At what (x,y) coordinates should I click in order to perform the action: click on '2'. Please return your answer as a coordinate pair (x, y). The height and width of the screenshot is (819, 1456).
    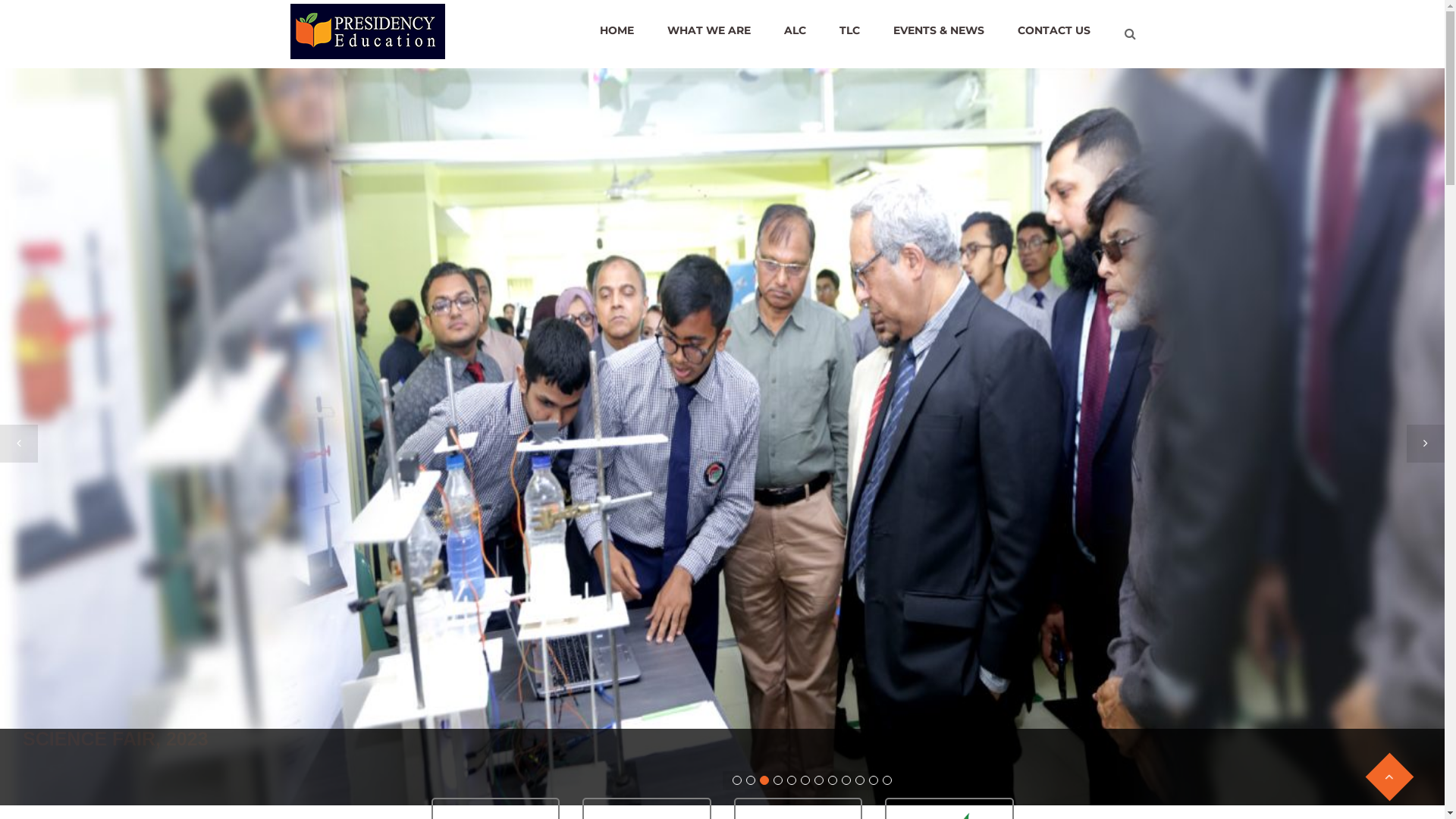
    Looking at the image, I should click on (750, 780).